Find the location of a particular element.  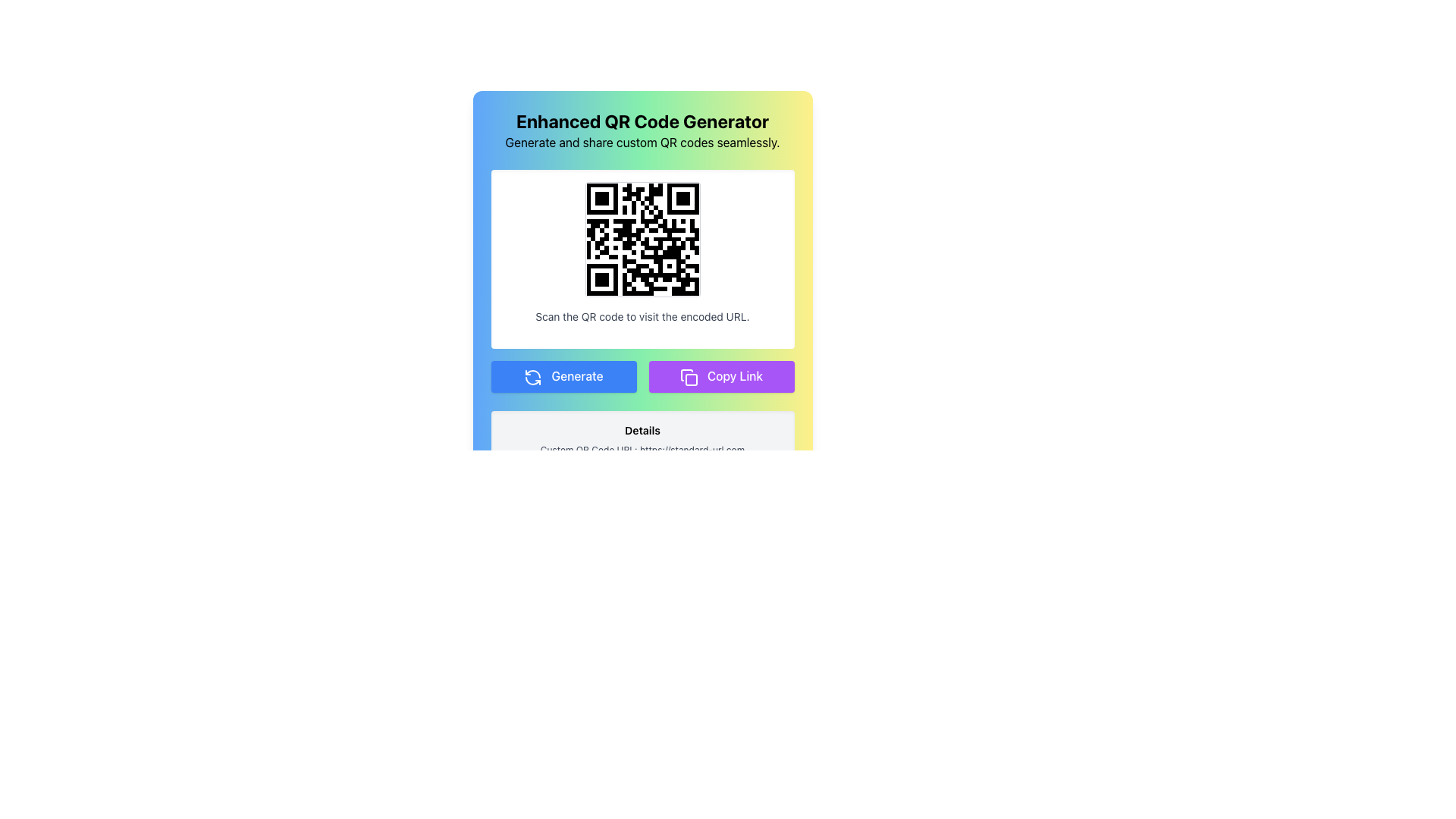

the blue button labeled 'Generate' with a refresh symbol is located at coordinates (563, 375).